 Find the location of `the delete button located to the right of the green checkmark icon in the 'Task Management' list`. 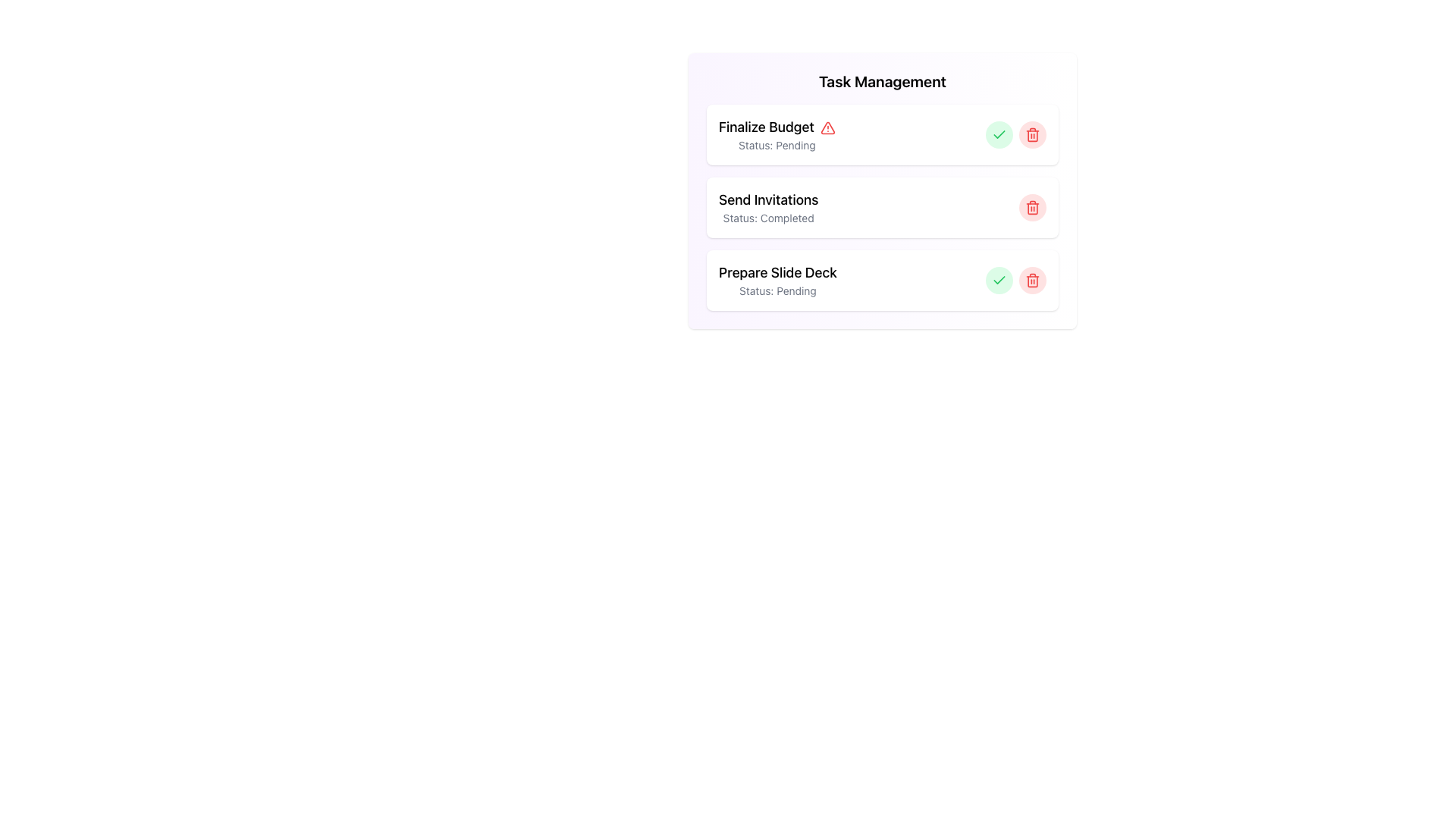

the delete button located to the right of the green checkmark icon in the 'Task Management' list is located at coordinates (1032, 281).